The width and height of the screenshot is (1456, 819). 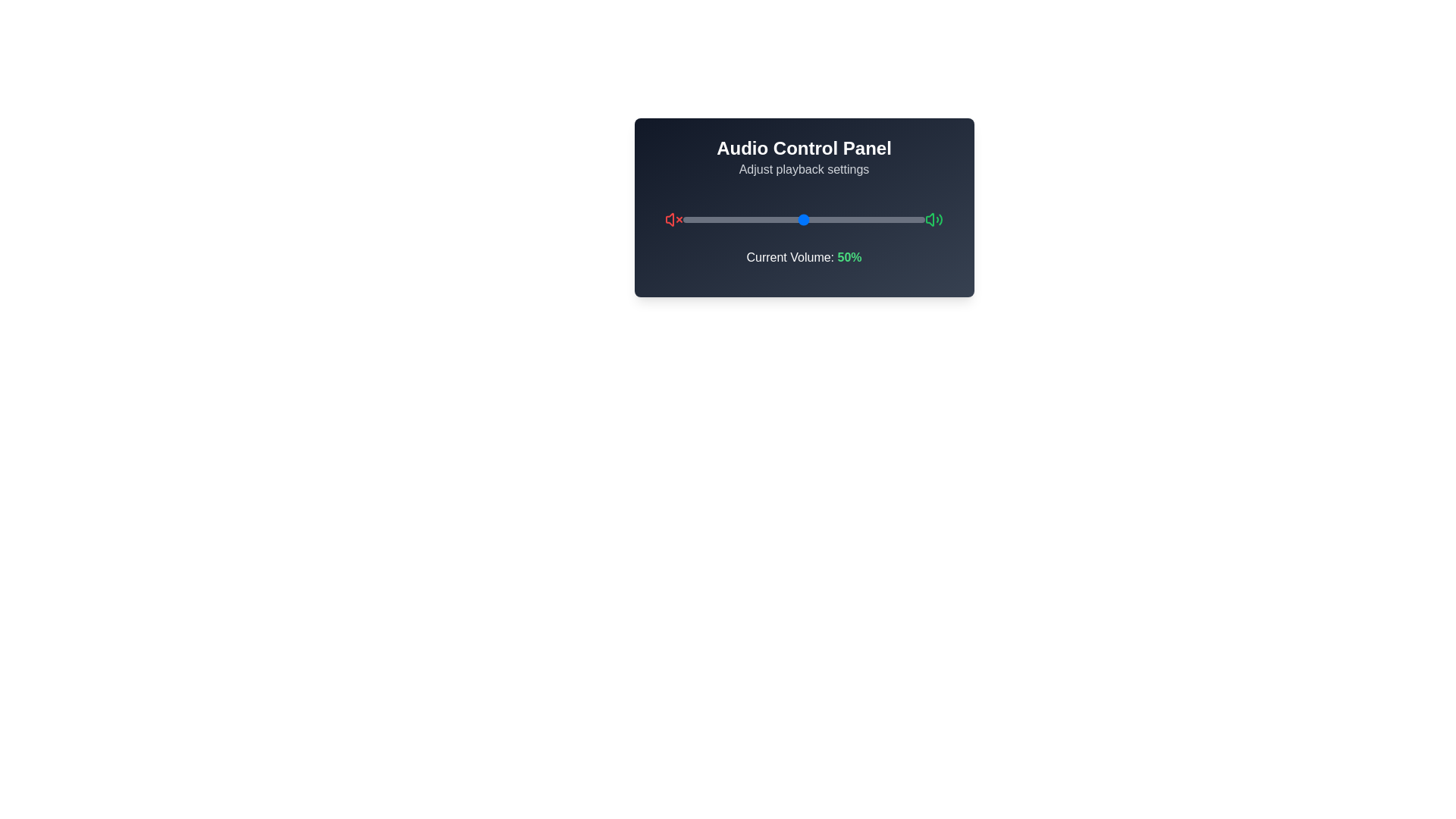 What do you see at coordinates (934, 219) in the screenshot?
I see `the unmute icon to activate its functionality` at bounding box center [934, 219].